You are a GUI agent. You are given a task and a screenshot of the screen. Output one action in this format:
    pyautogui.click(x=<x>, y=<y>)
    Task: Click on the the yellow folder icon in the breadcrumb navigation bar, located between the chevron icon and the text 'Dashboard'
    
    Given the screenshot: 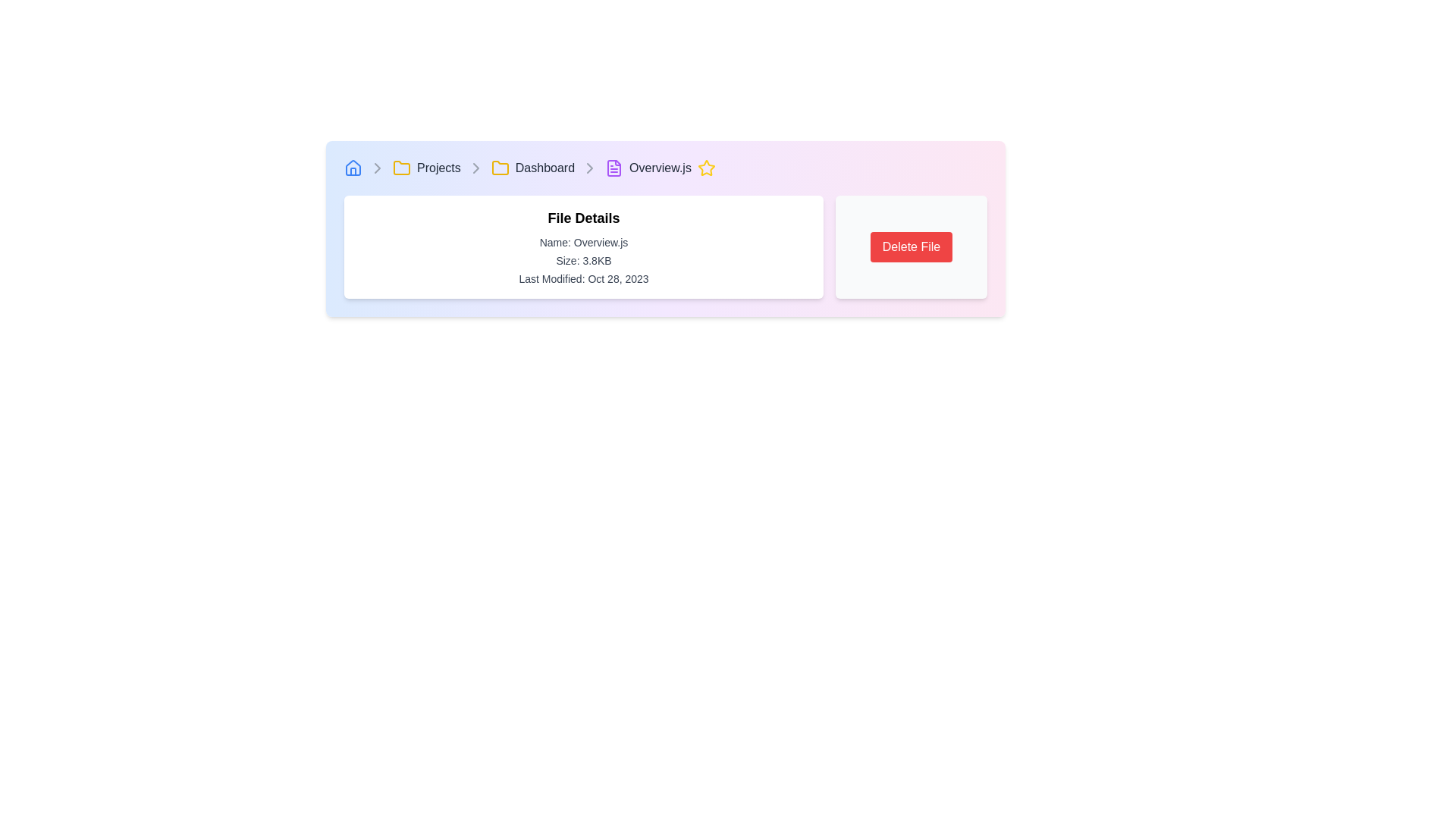 What is the action you would take?
    pyautogui.click(x=401, y=168)
    